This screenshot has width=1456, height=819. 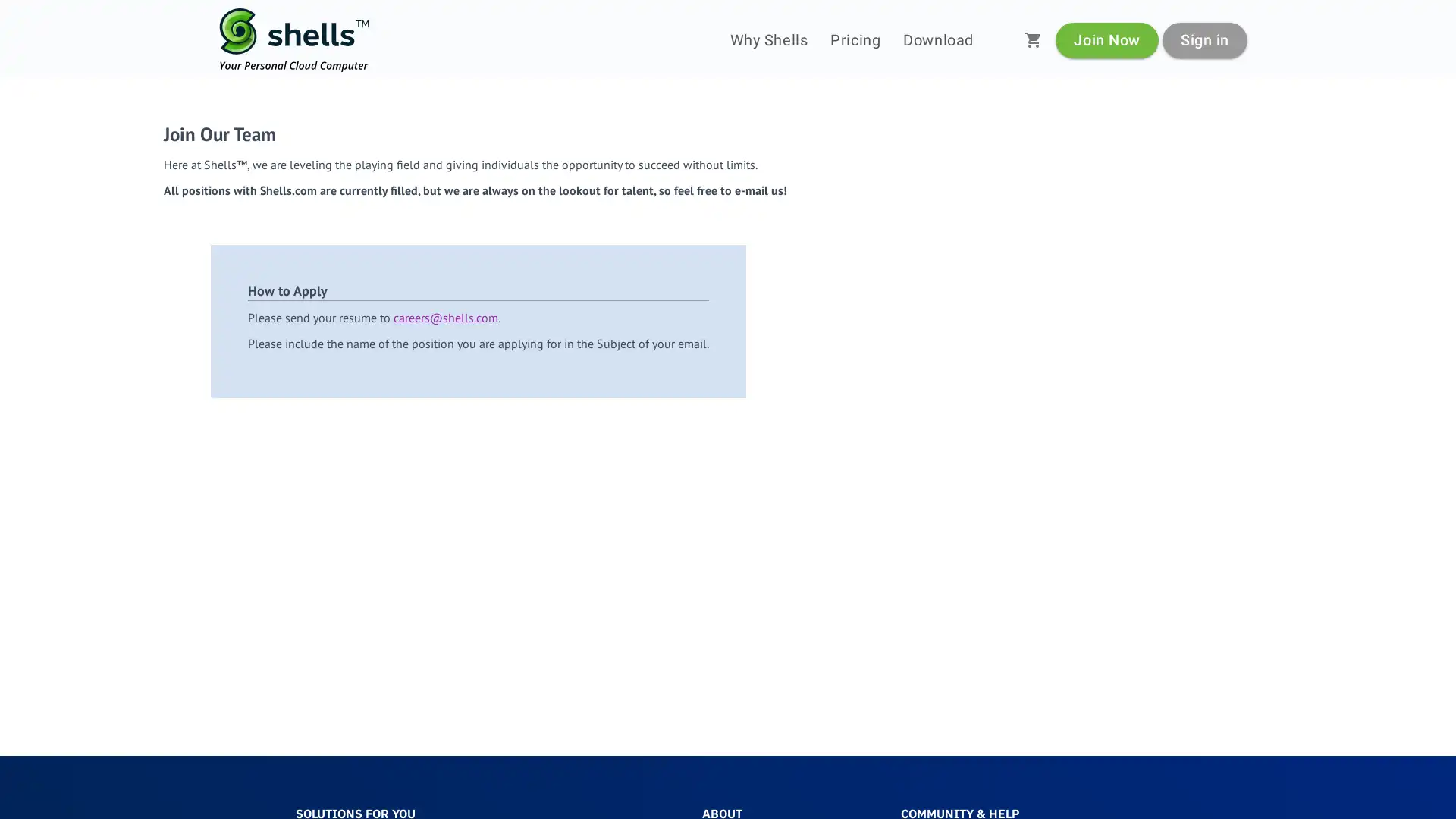 What do you see at coordinates (1033, 39) in the screenshot?
I see `cart` at bounding box center [1033, 39].